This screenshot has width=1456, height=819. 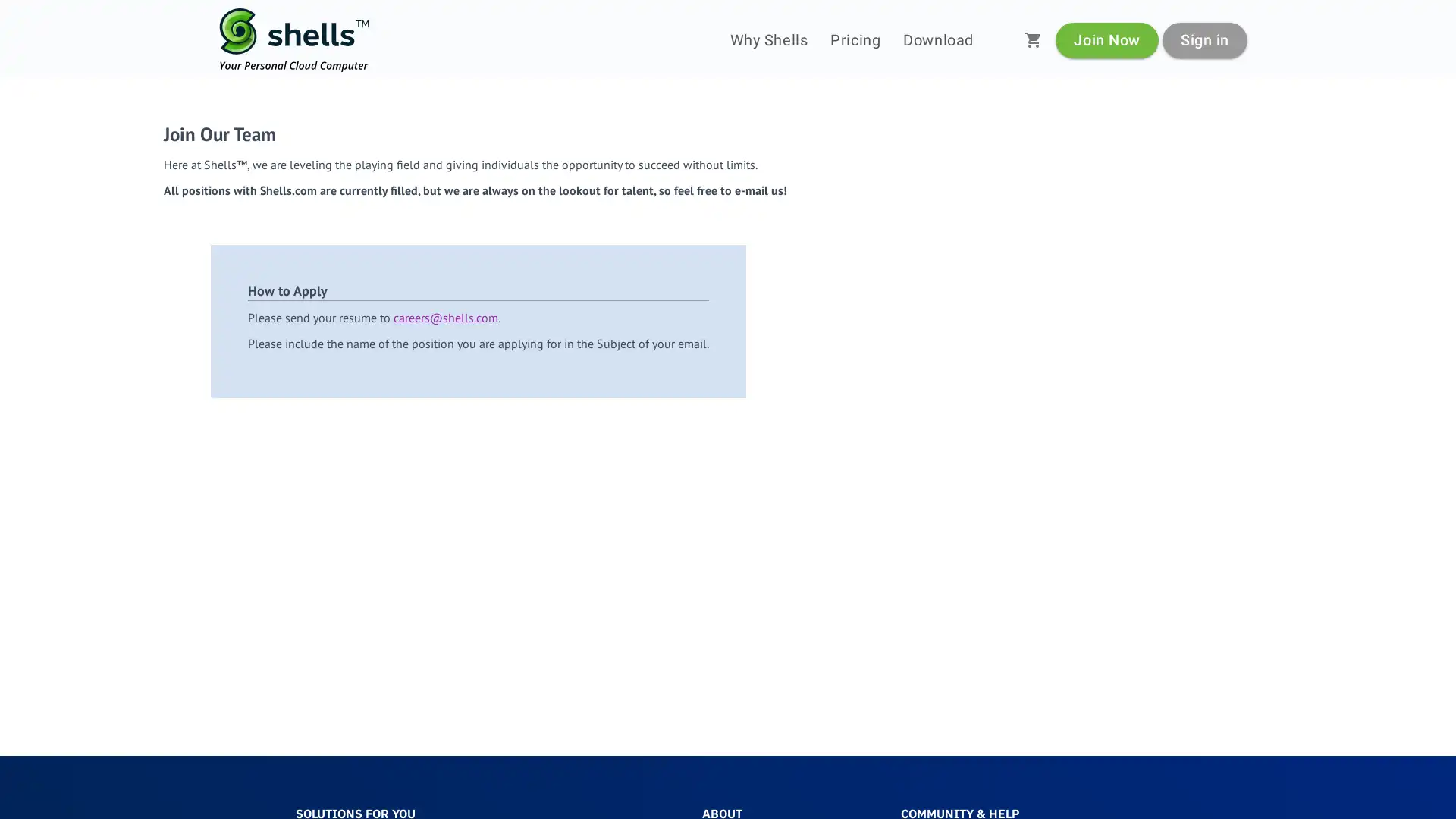 What do you see at coordinates (1033, 39) in the screenshot?
I see `cart` at bounding box center [1033, 39].